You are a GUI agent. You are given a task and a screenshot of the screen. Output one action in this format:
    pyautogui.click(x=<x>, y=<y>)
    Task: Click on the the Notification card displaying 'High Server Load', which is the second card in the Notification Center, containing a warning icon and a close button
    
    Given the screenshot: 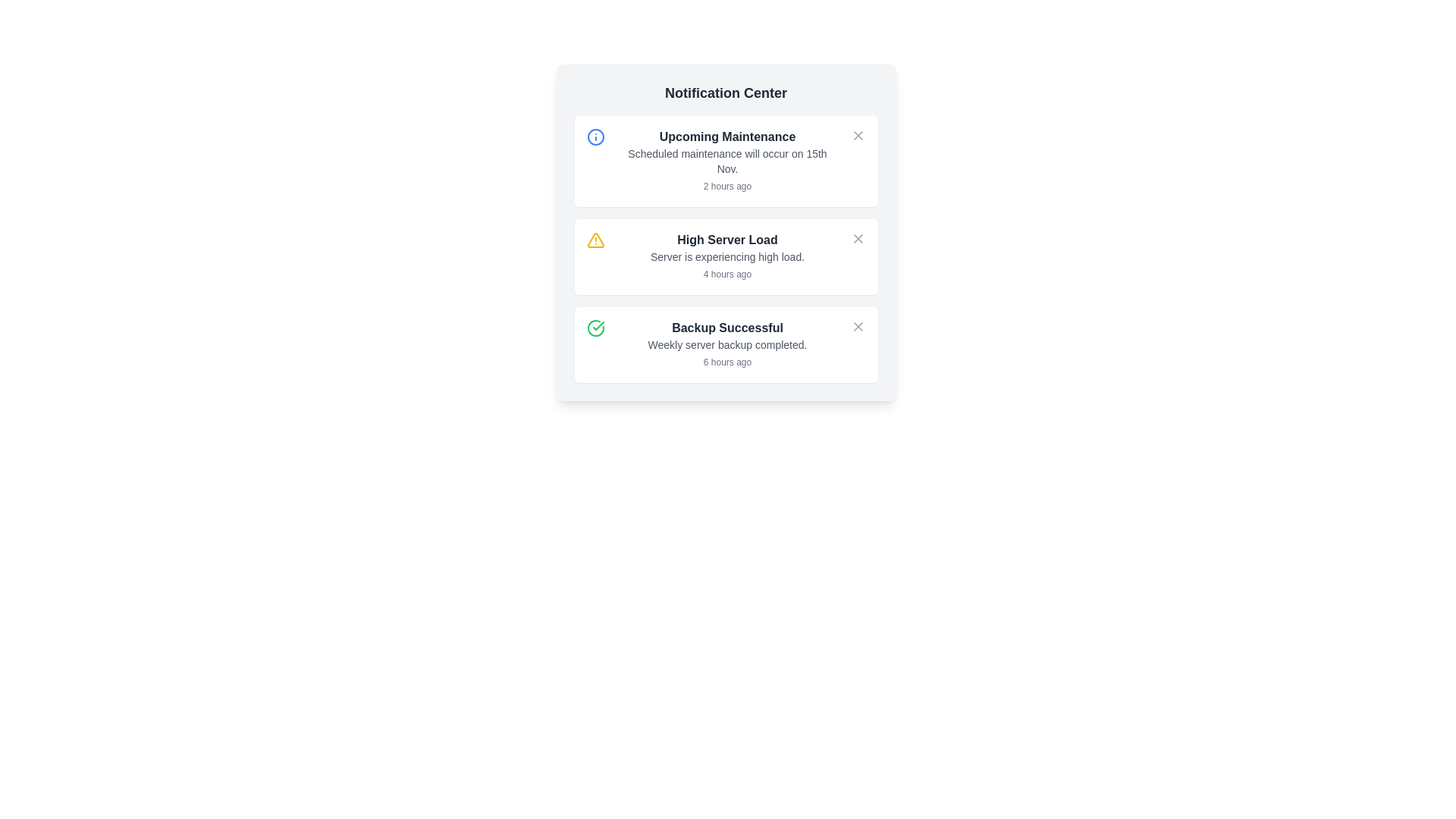 What is the action you would take?
    pyautogui.click(x=725, y=248)
    